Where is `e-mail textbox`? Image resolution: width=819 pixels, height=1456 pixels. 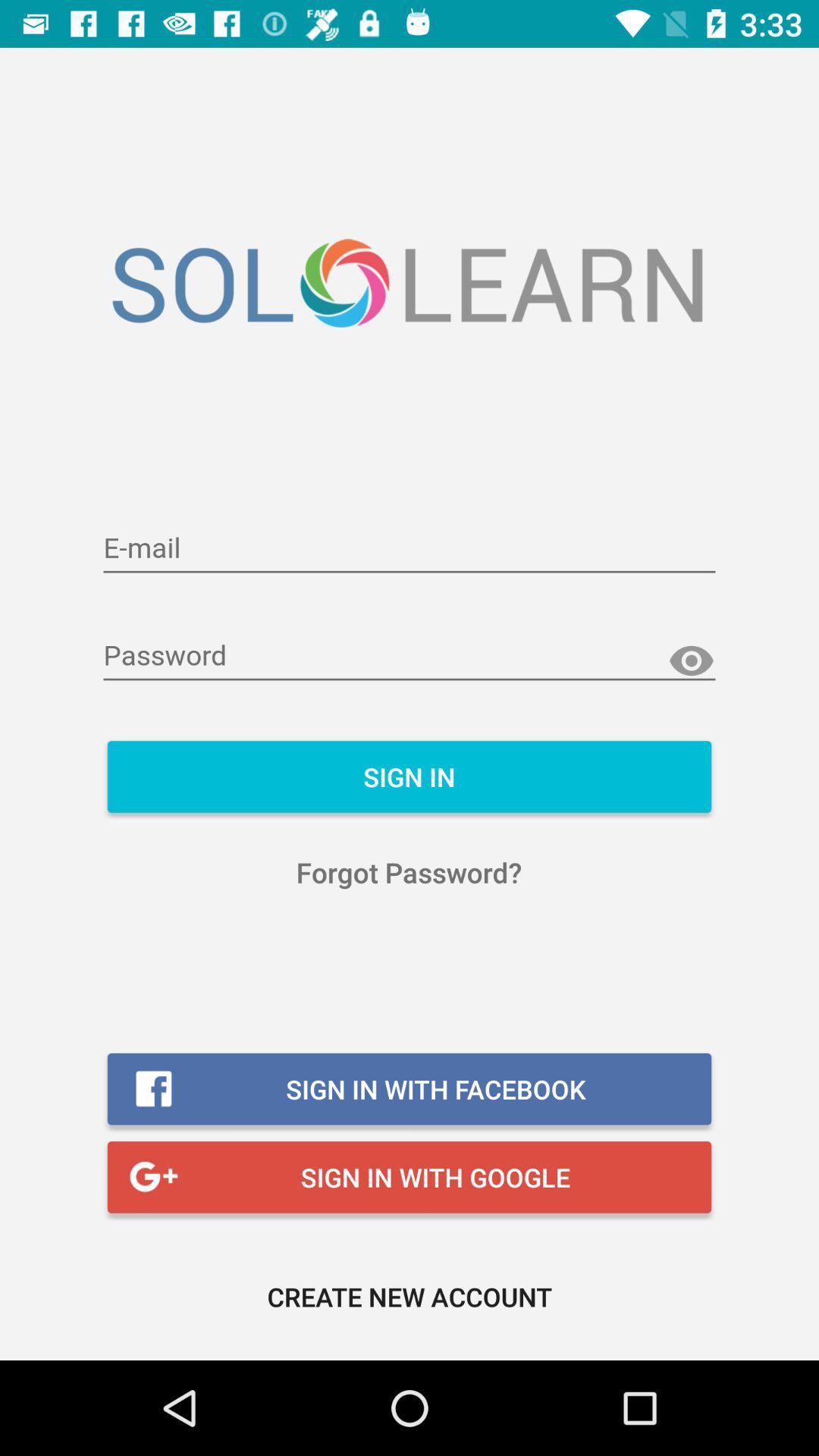
e-mail textbox is located at coordinates (409, 548).